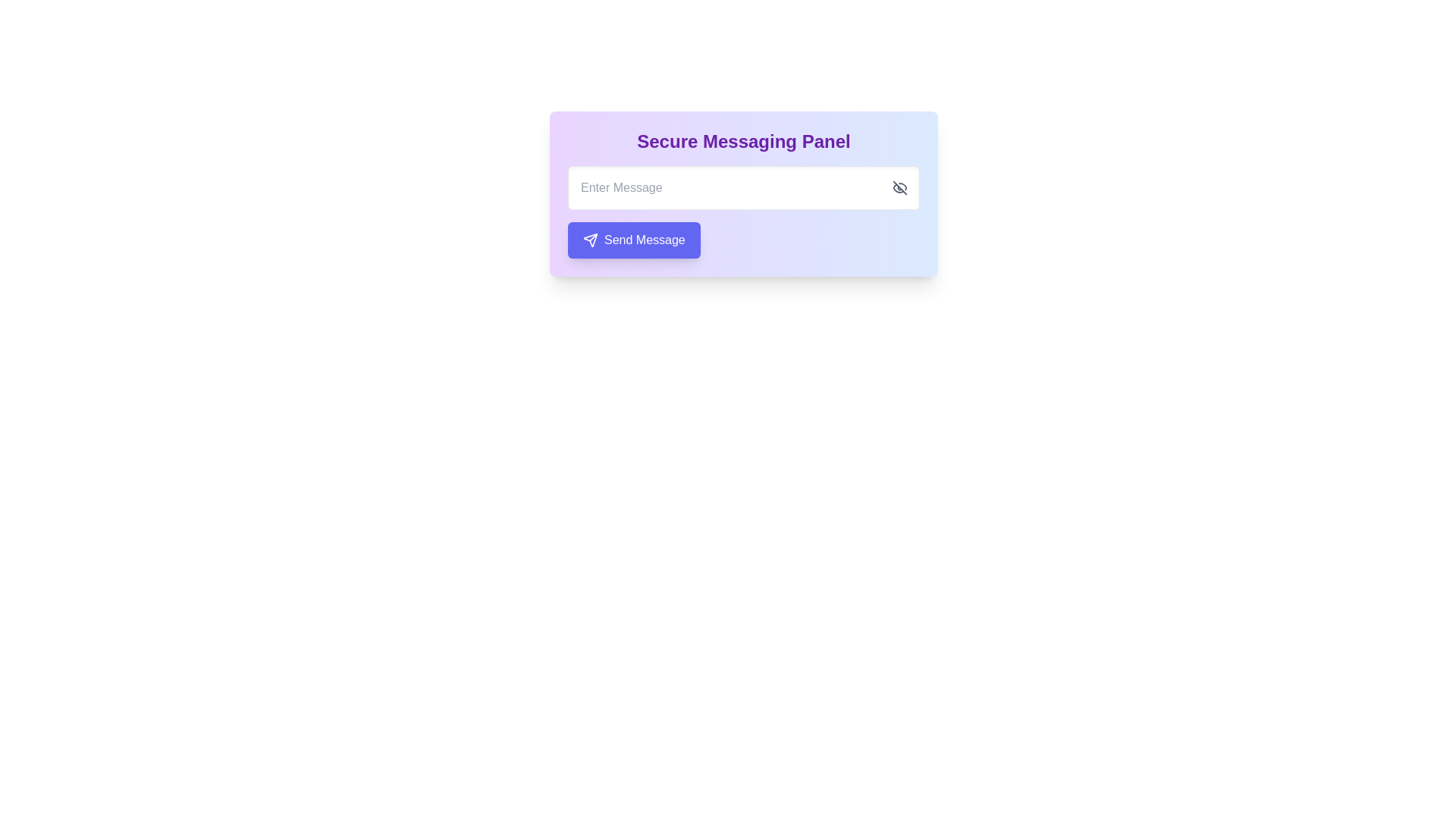 This screenshot has height=819, width=1456. Describe the element at coordinates (589, 239) in the screenshot. I see `the 'Send Message' button icon` at that location.